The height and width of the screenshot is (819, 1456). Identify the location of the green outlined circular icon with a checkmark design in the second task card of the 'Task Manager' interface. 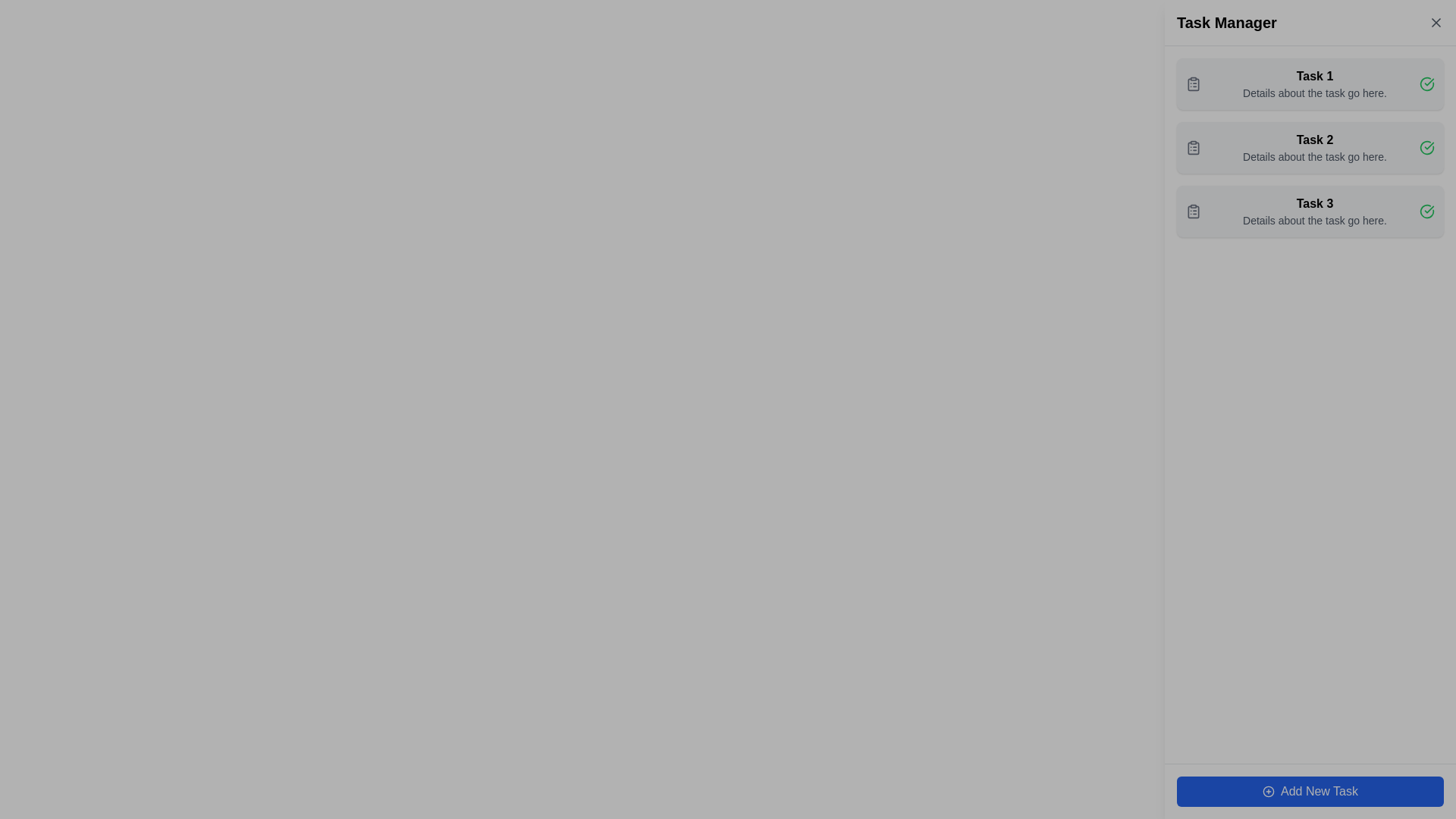
(1426, 146).